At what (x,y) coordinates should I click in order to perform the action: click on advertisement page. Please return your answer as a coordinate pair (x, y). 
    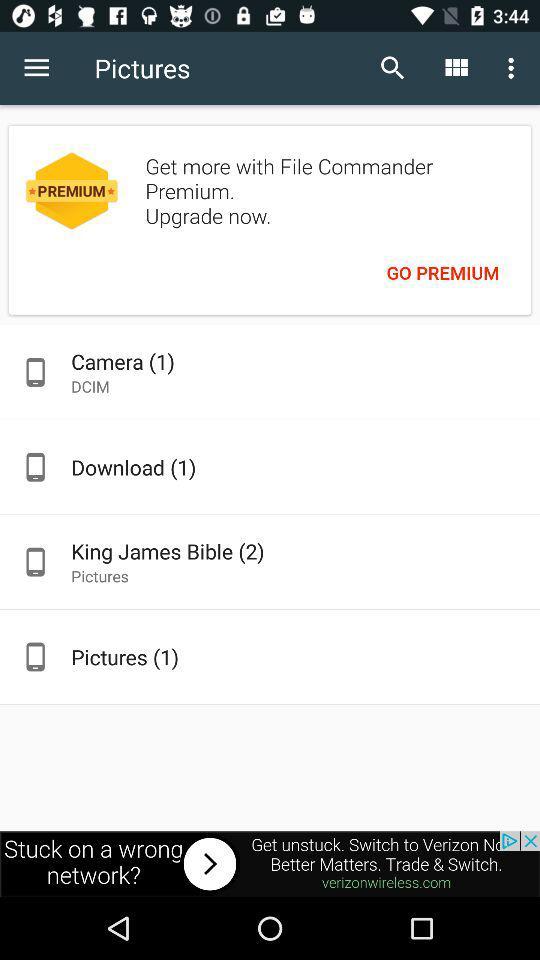
    Looking at the image, I should click on (270, 863).